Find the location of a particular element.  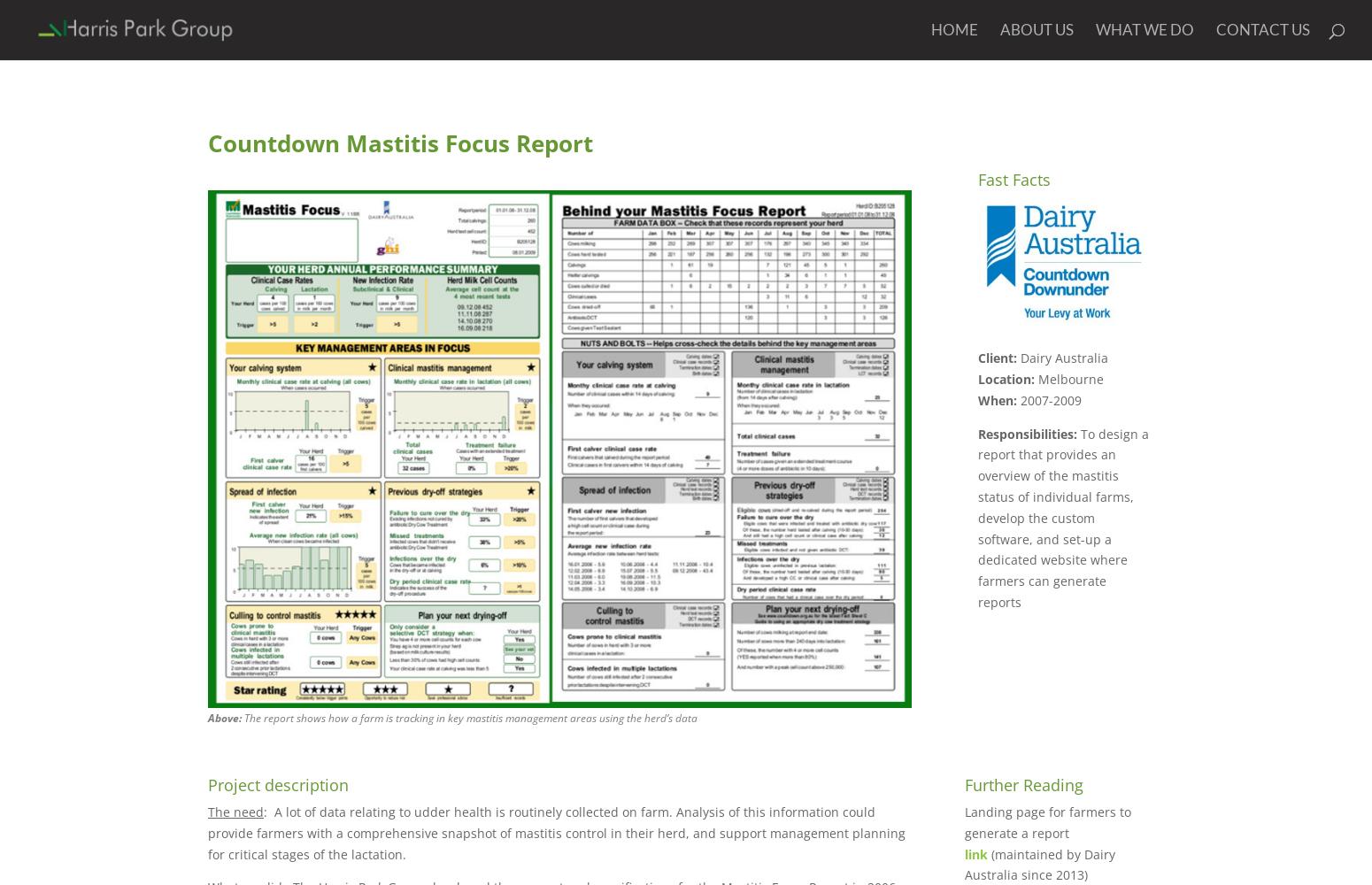

'Dairy Australia' is located at coordinates (1061, 358).